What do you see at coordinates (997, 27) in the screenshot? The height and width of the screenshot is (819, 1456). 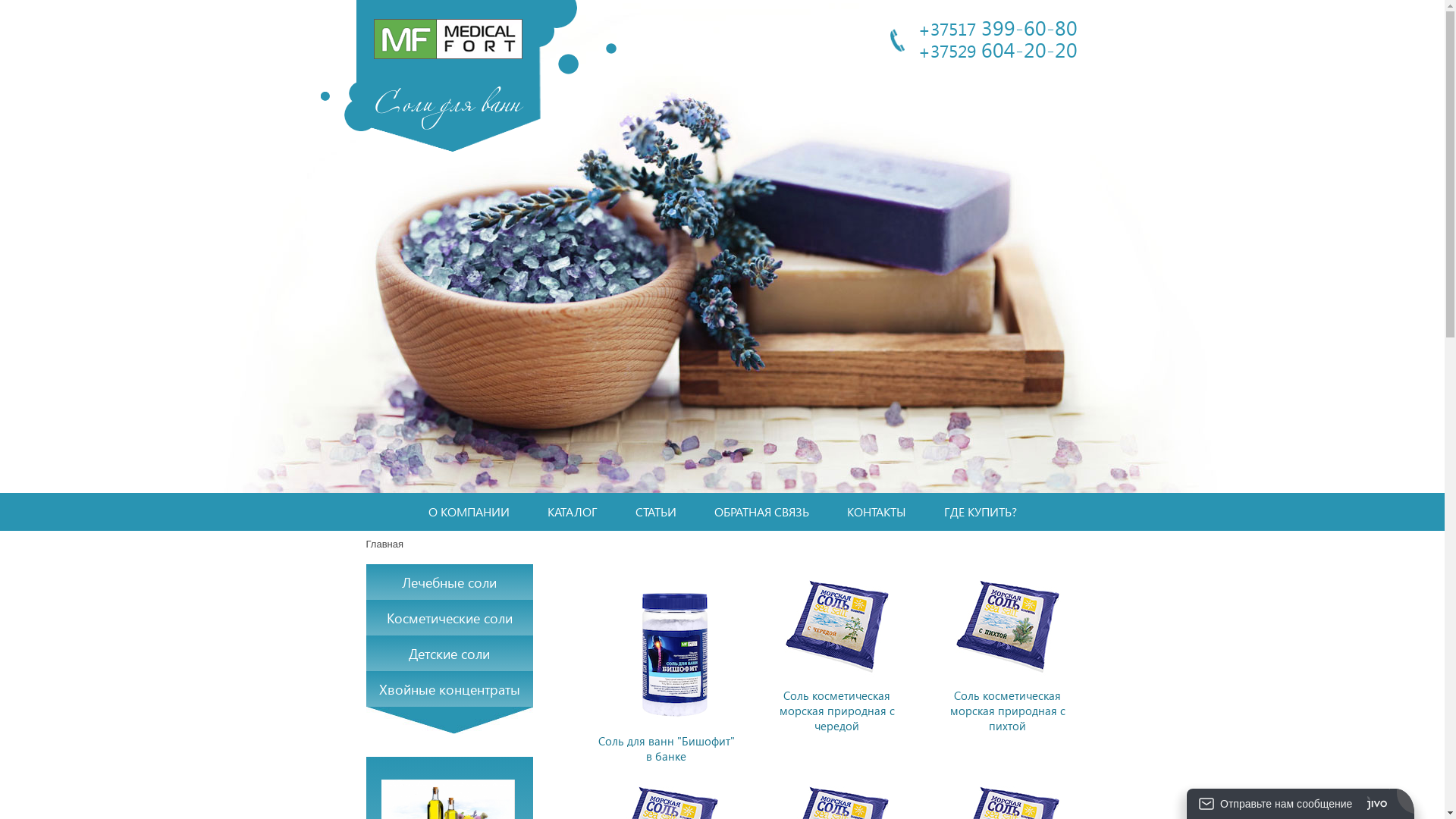 I see `'+37517 399-60-80'` at bounding box center [997, 27].